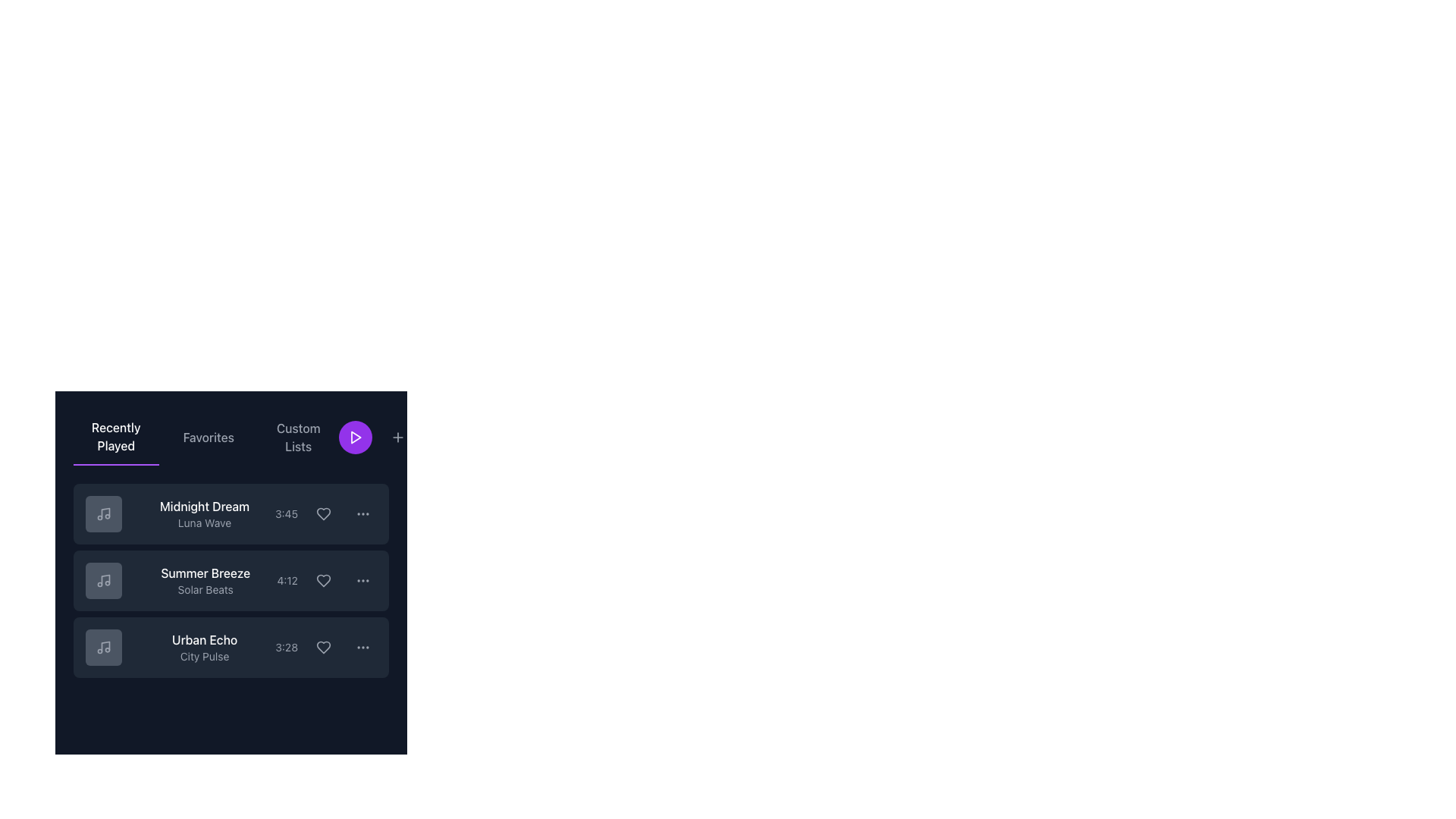 This screenshot has height=819, width=1456. Describe the element at coordinates (208, 438) in the screenshot. I see `the 'Favorites' button in the horizontal navigation menu` at that location.